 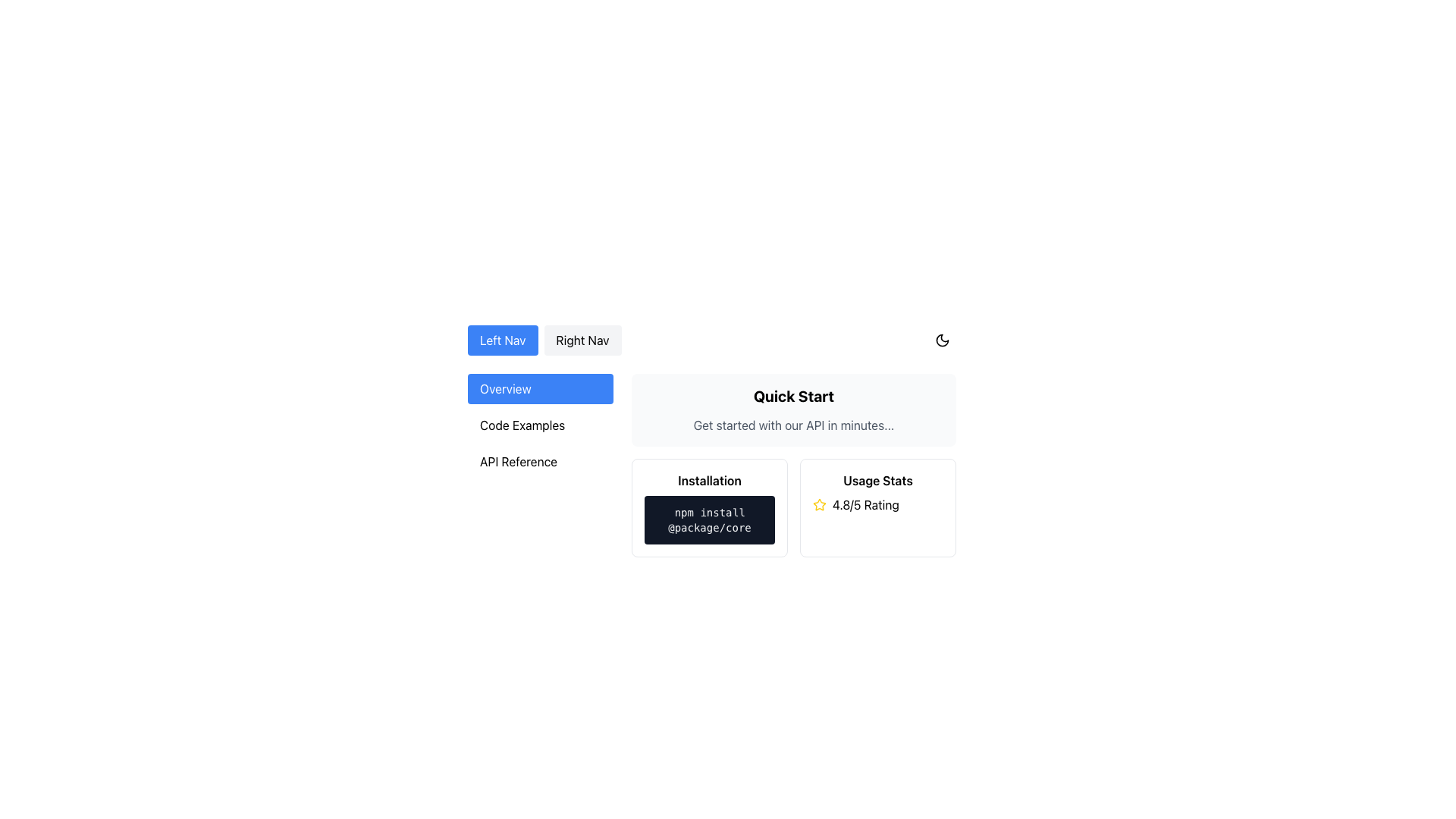 I want to click on the 'Right Nav' button, which is a rectangular button with rounded corners, located in the top-center area of the interface, so click(x=582, y=339).